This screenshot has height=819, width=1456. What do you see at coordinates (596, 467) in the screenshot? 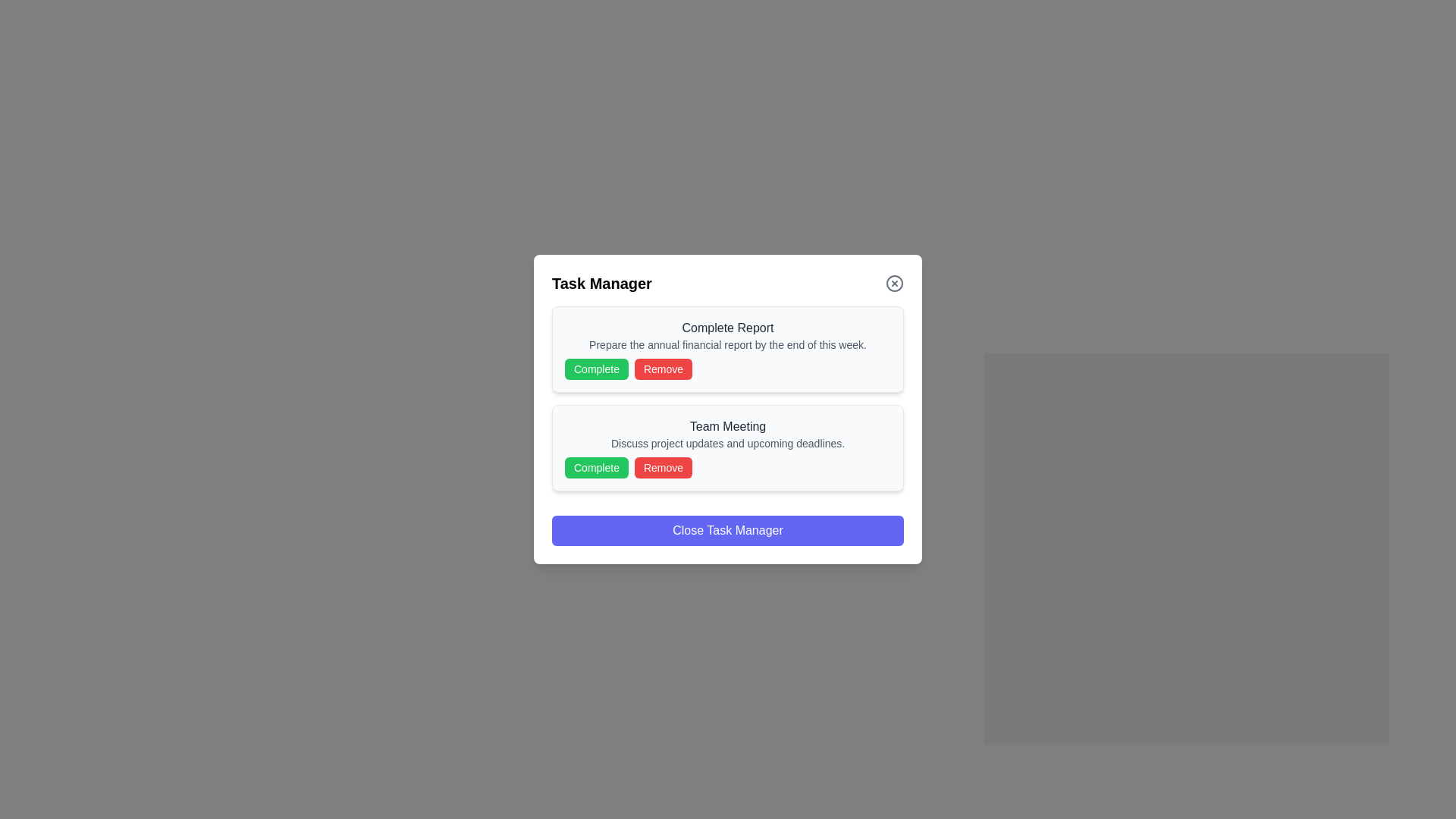
I see `the green 'Complete' button with rounded corners located in the second task card labeled 'Team Meeting' to mark the task as complete` at bounding box center [596, 467].